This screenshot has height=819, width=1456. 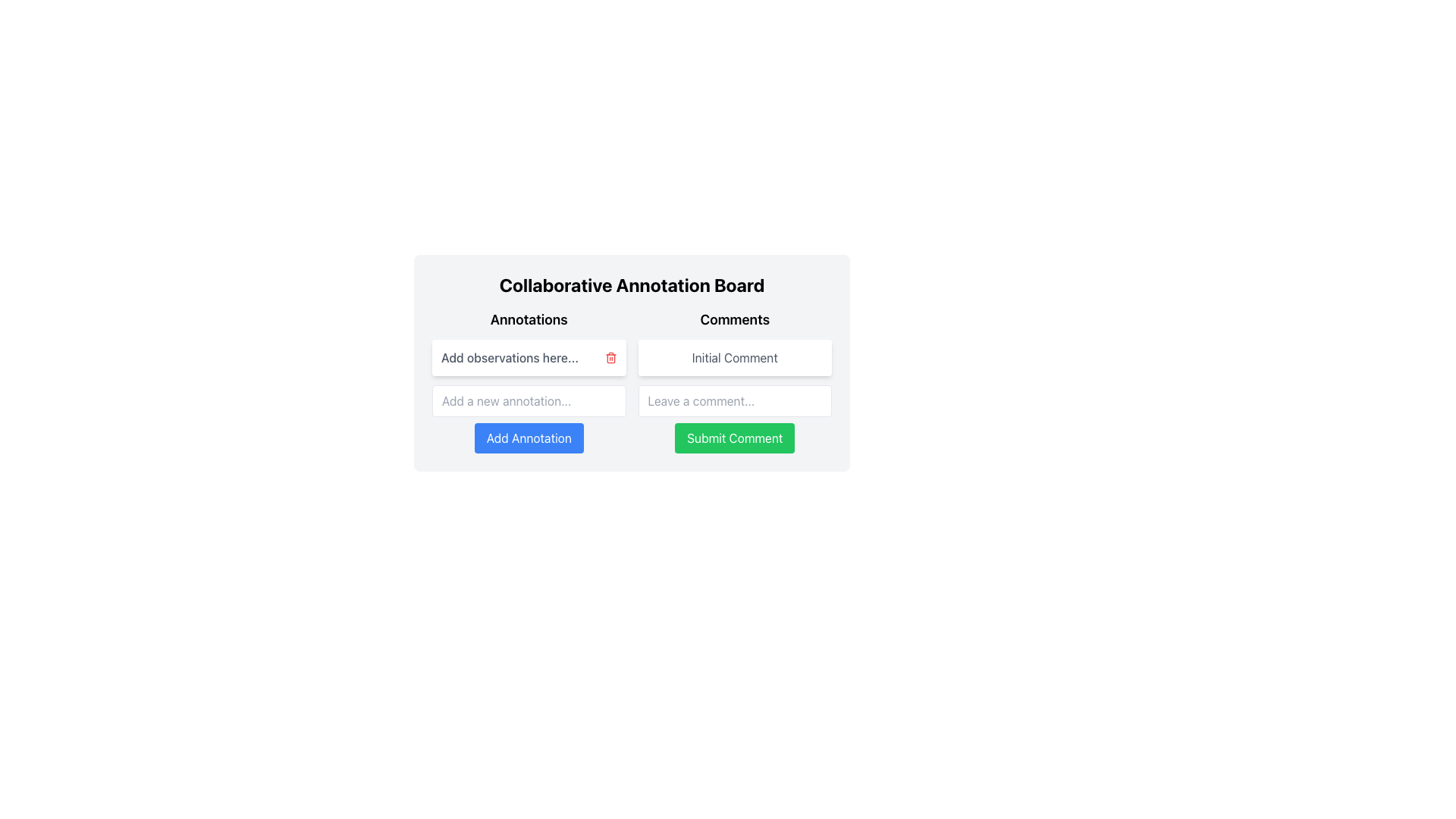 What do you see at coordinates (735, 438) in the screenshot?
I see `the submit button located in the 'Comments' section, which is aligned below the text input field with the placeholder 'Leave a comment...'` at bounding box center [735, 438].